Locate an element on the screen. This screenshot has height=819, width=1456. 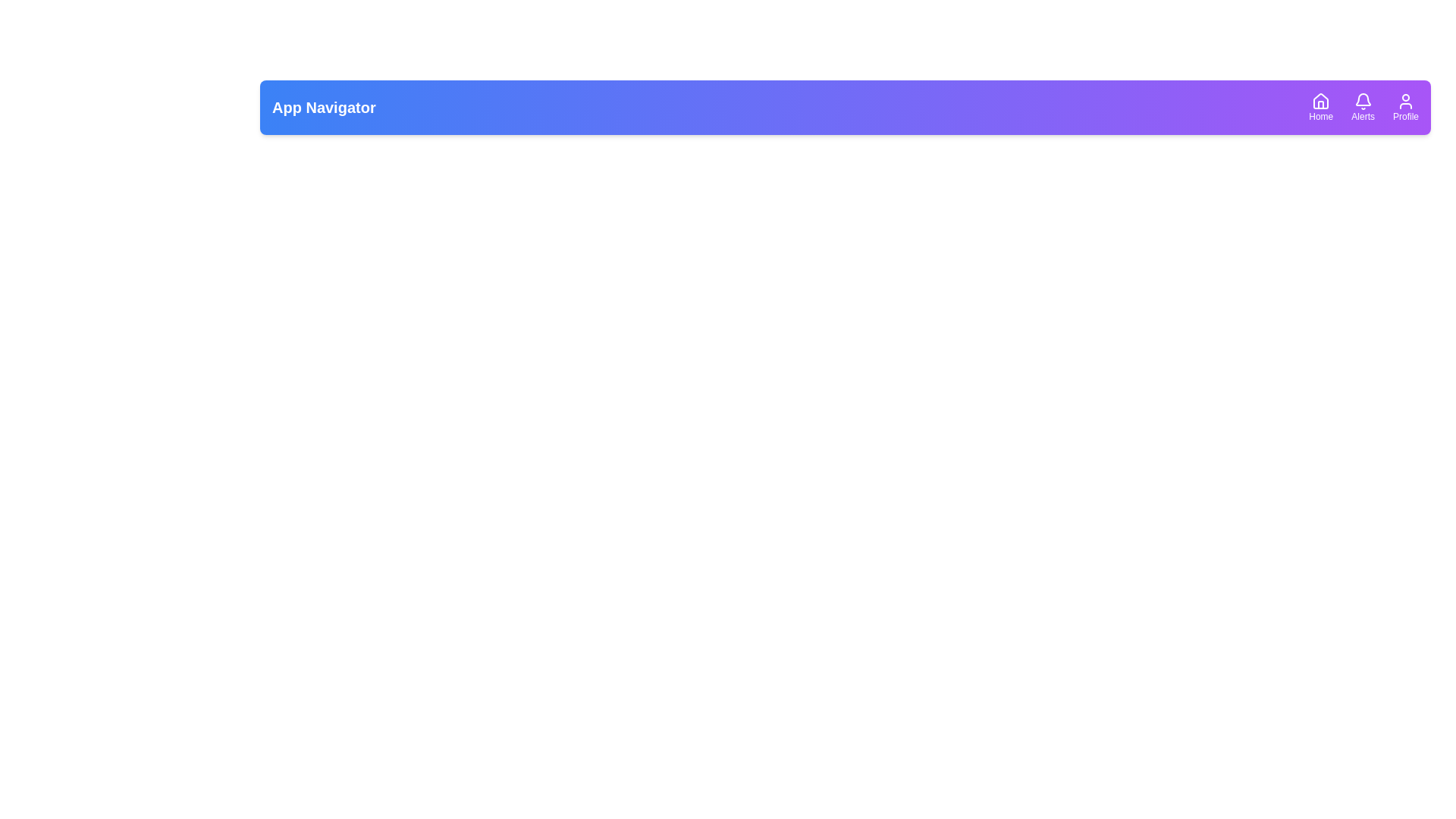
the decorative bell icon in the top navigation bar to trigger a tooltip or visual feedback is located at coordinates (1363, 99).